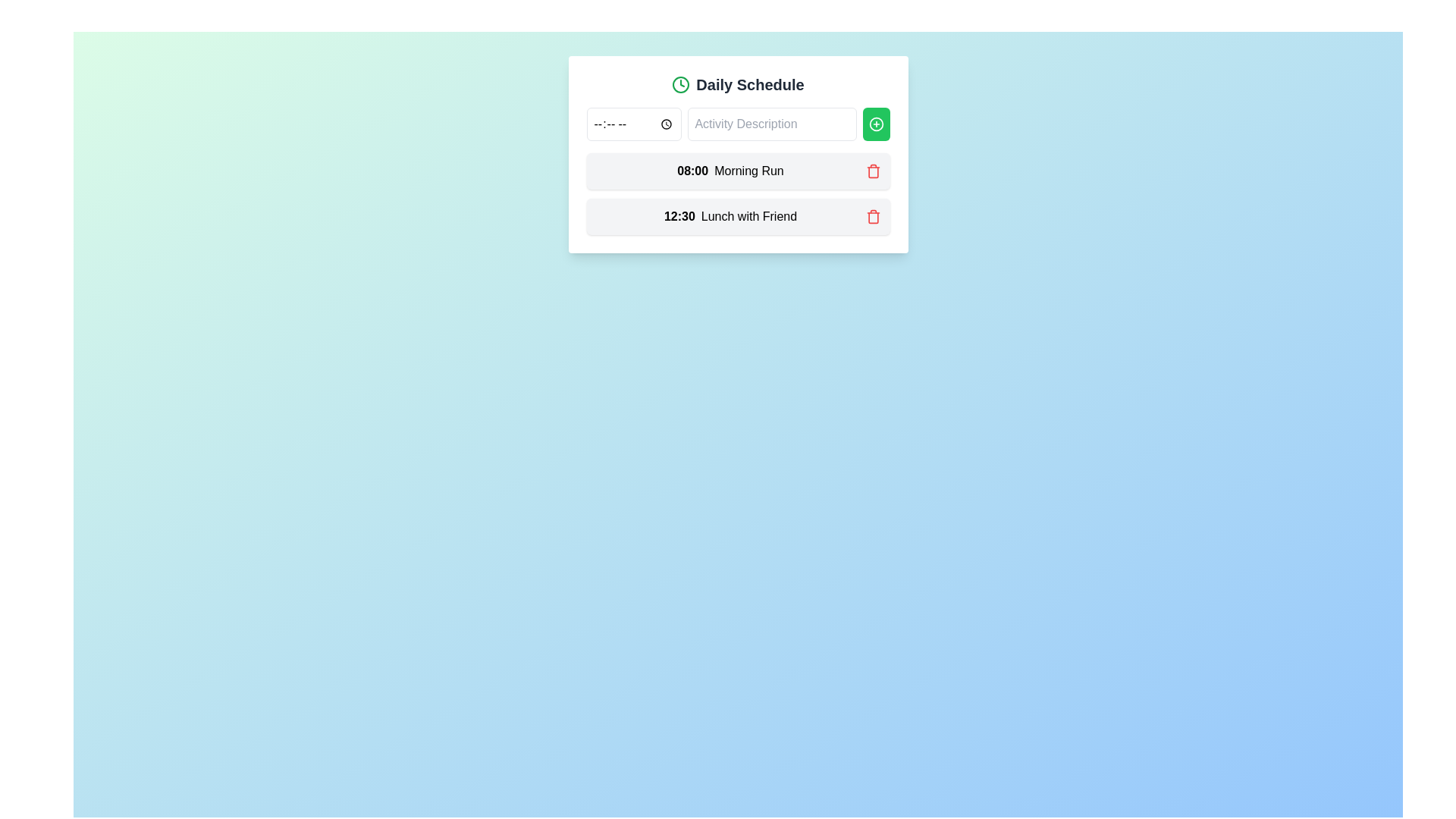 The height and width of the screenshot is (819, 1456). What do you see at coordinates (730, 216) in the screenshot?
I see `information presented in the second scheduled activity text element located between '08:00 Morning Run' and the interactive trash icon` at bounding box center [730, 216].